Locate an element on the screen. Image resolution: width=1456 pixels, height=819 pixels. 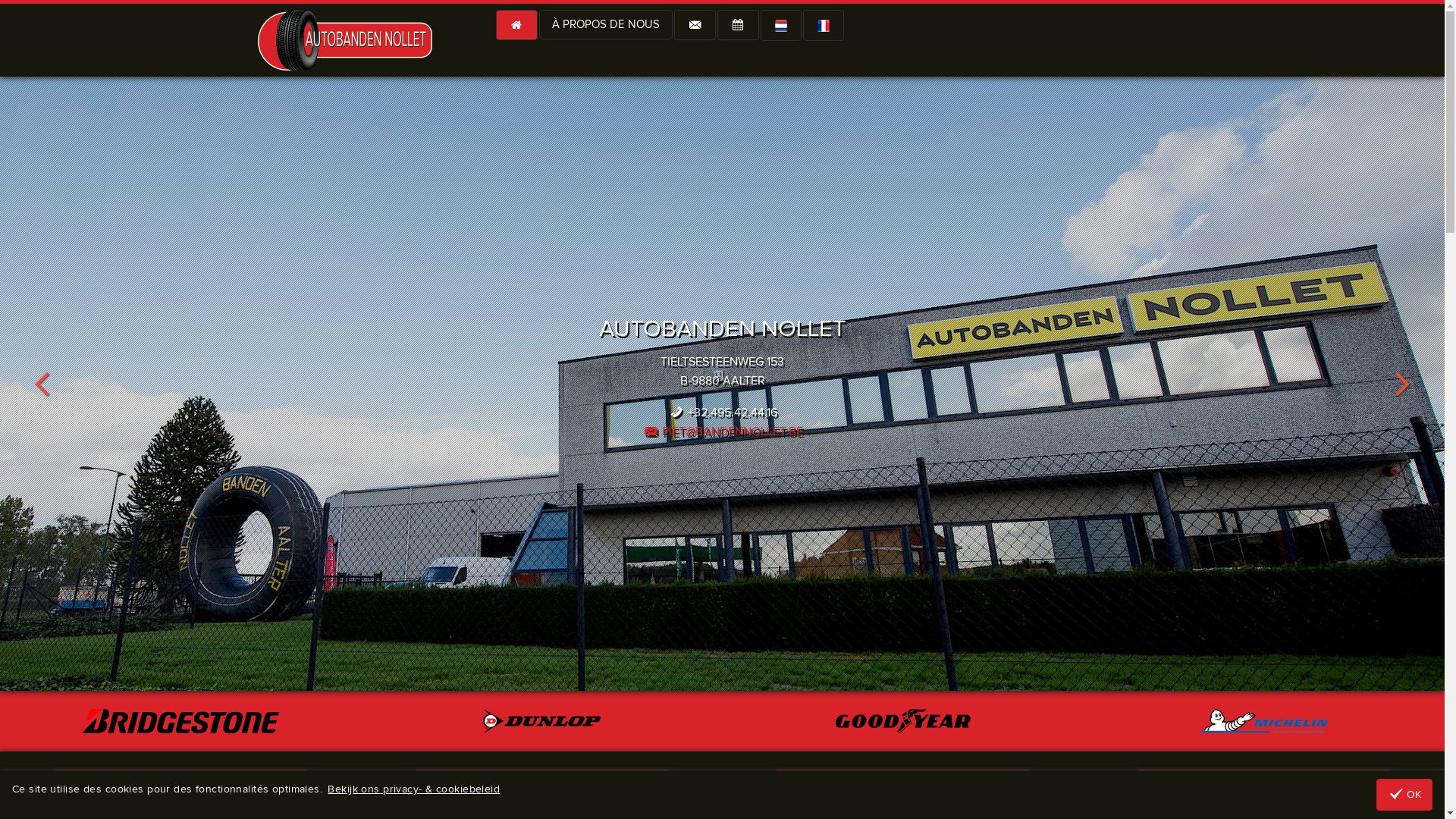
'Maak online een afspraak' is located at coordinates (738, 25).